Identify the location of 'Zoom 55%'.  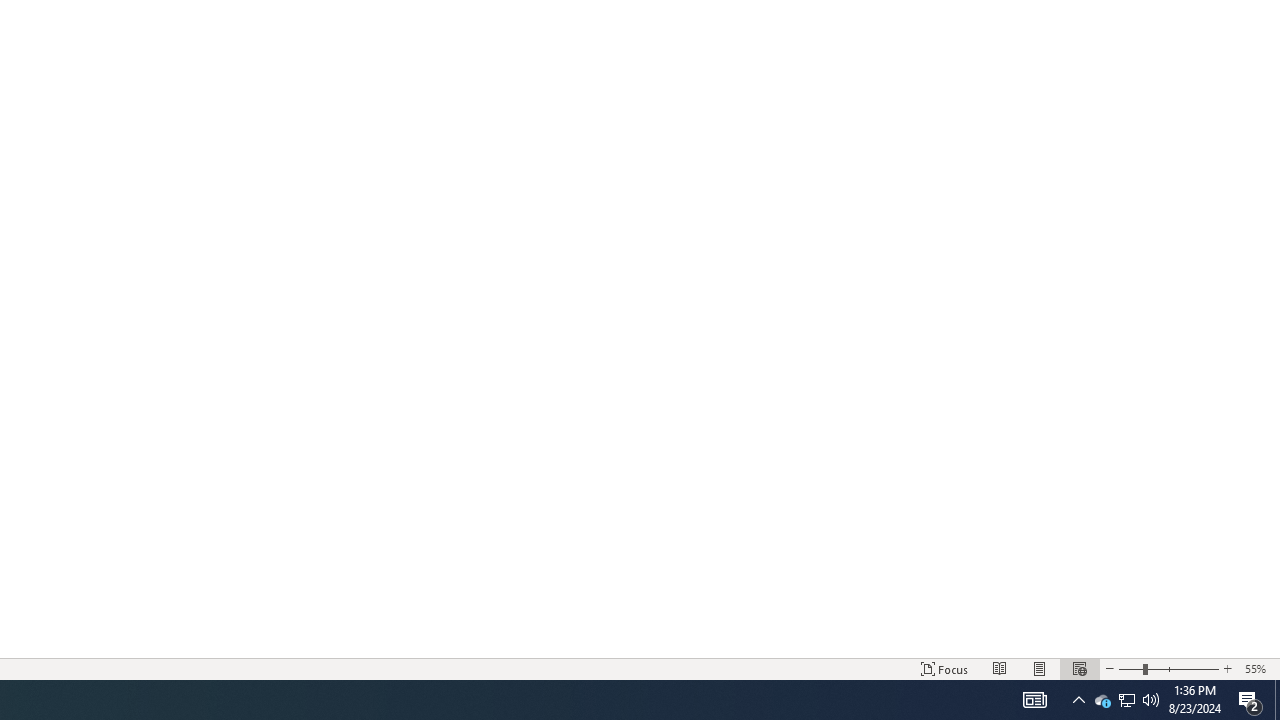
(1257, 669).